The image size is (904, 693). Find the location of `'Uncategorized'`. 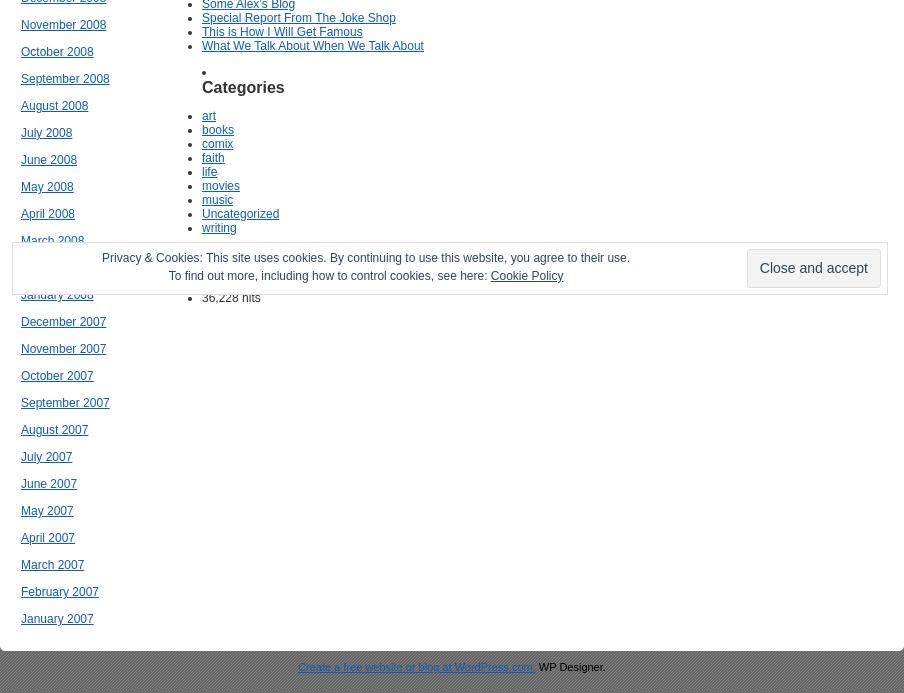

'Uncategorized' is located at coordinates (239, 213).